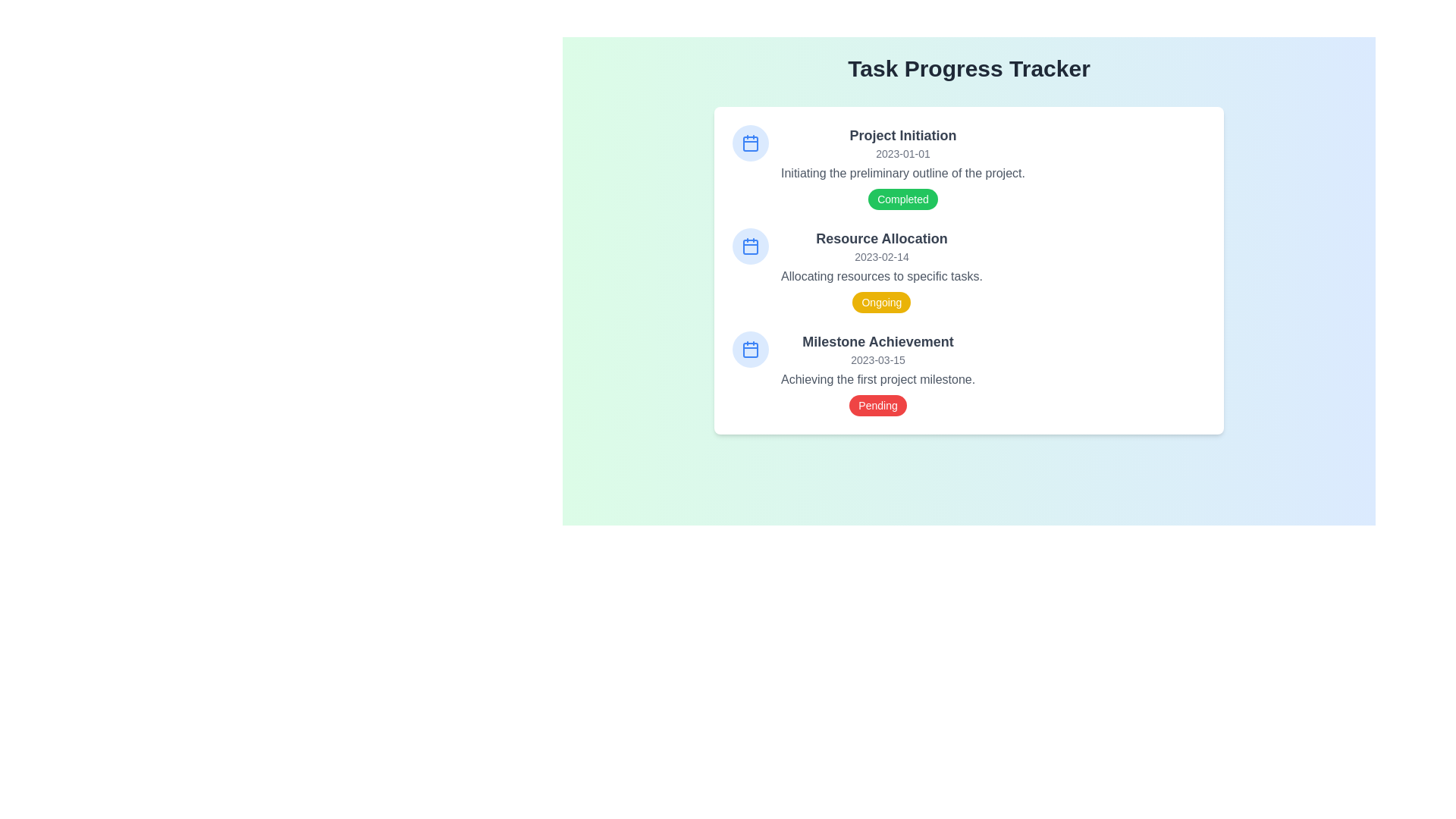 The width and height of the screenshot is (1456, 819). I want to click on the Status label indicating the completion status of the 'Project Initiation' task, which is centrally positioned below the project's description text, so click(902, 198).